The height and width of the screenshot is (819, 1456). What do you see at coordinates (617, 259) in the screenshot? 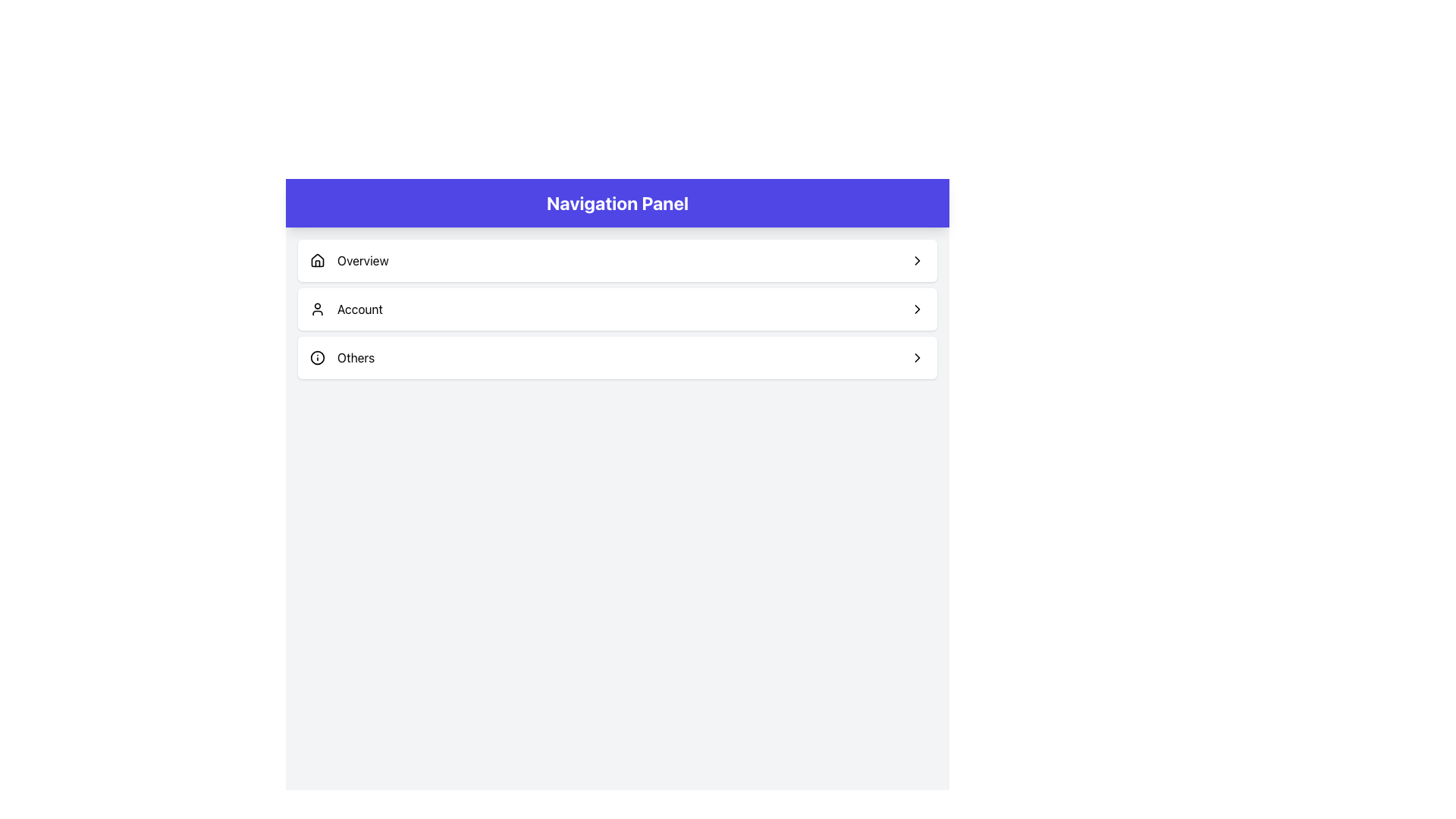
I see `the 'Overview' button, which is the first item in the Navigation Panel` at bounding box center [617, 259].